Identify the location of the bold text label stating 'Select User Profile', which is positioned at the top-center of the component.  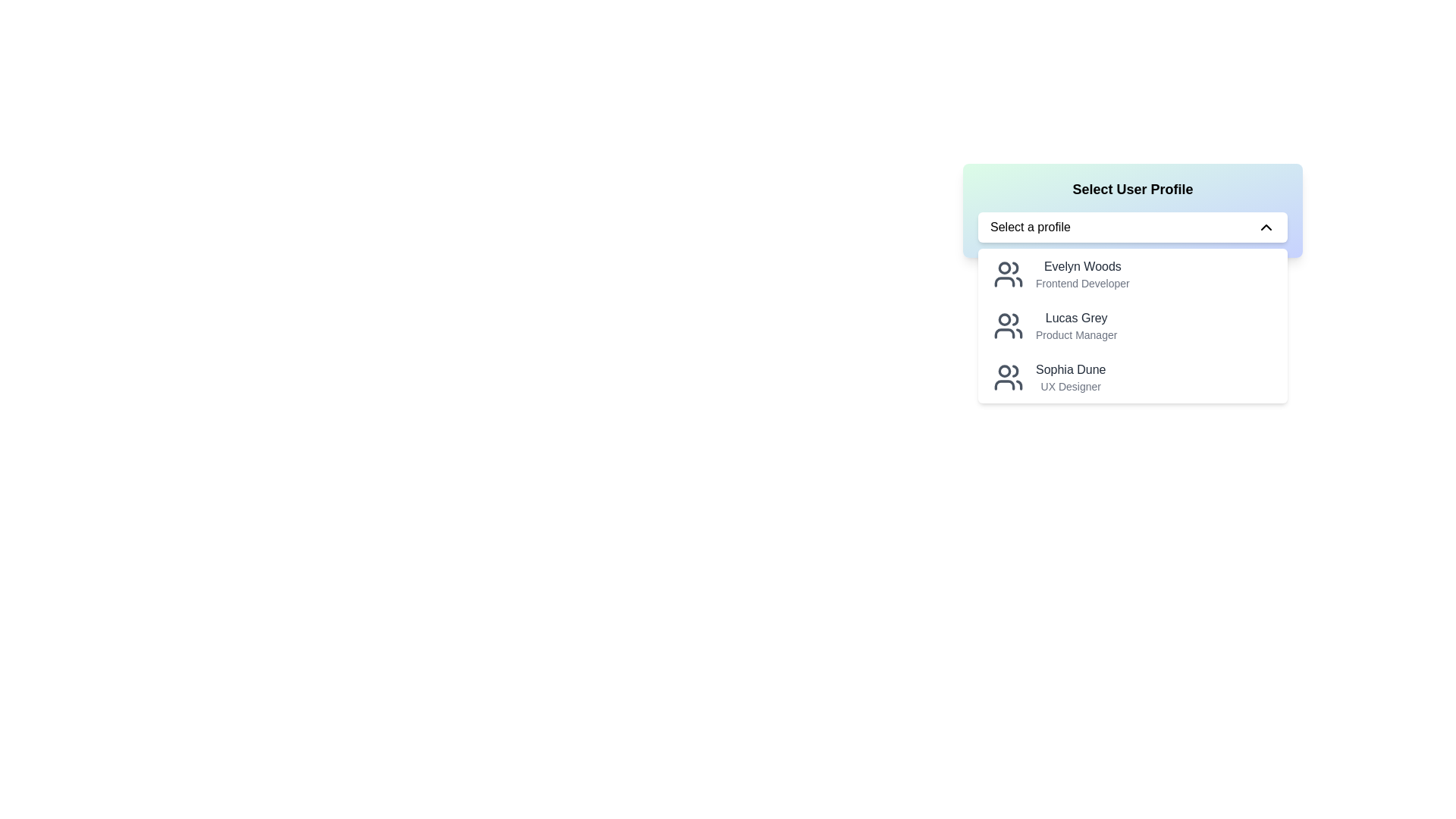
(1132, 189).